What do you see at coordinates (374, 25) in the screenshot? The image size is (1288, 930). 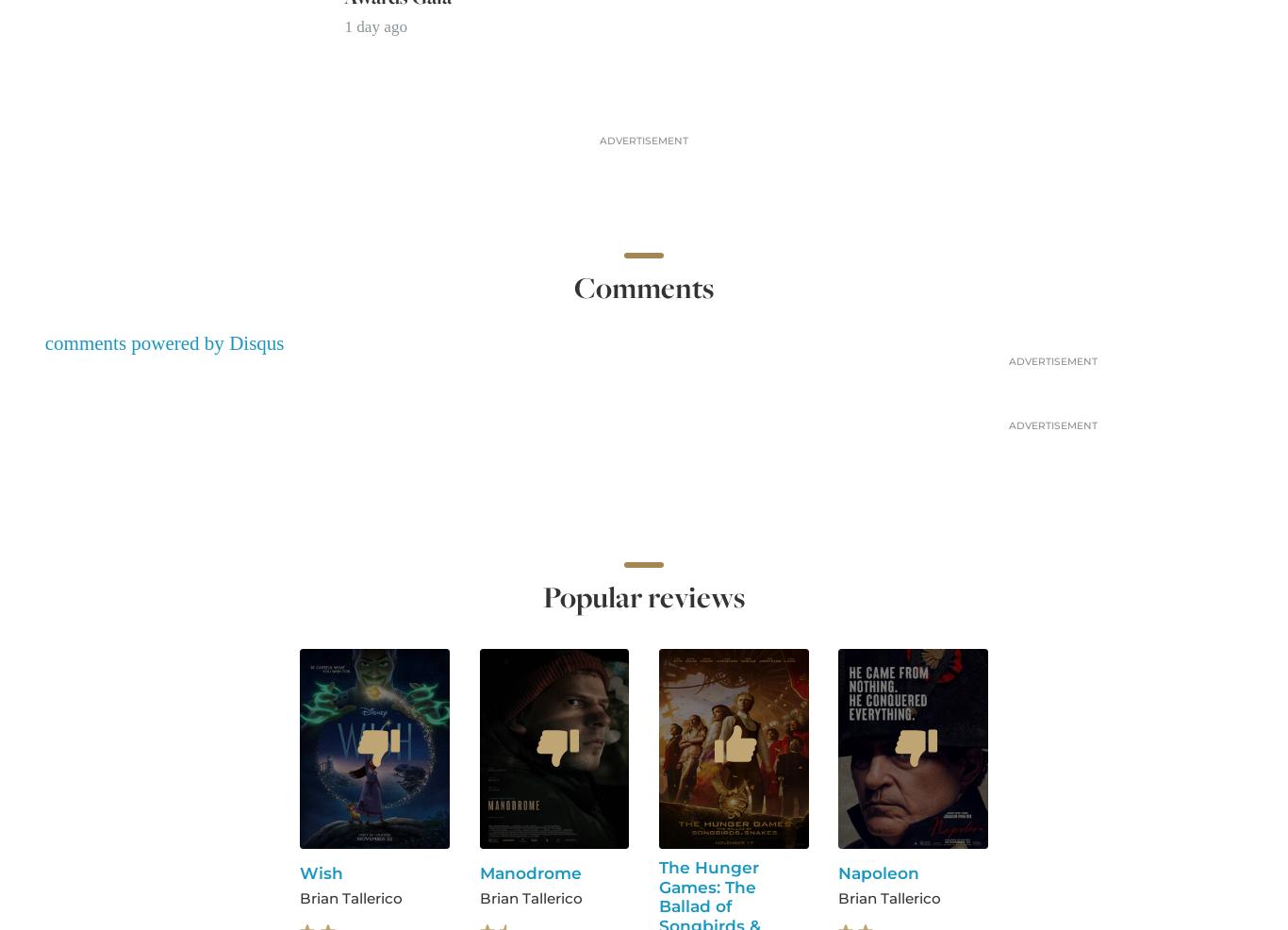 I see `'1 day
ago'` at bounding box center [374, 25].